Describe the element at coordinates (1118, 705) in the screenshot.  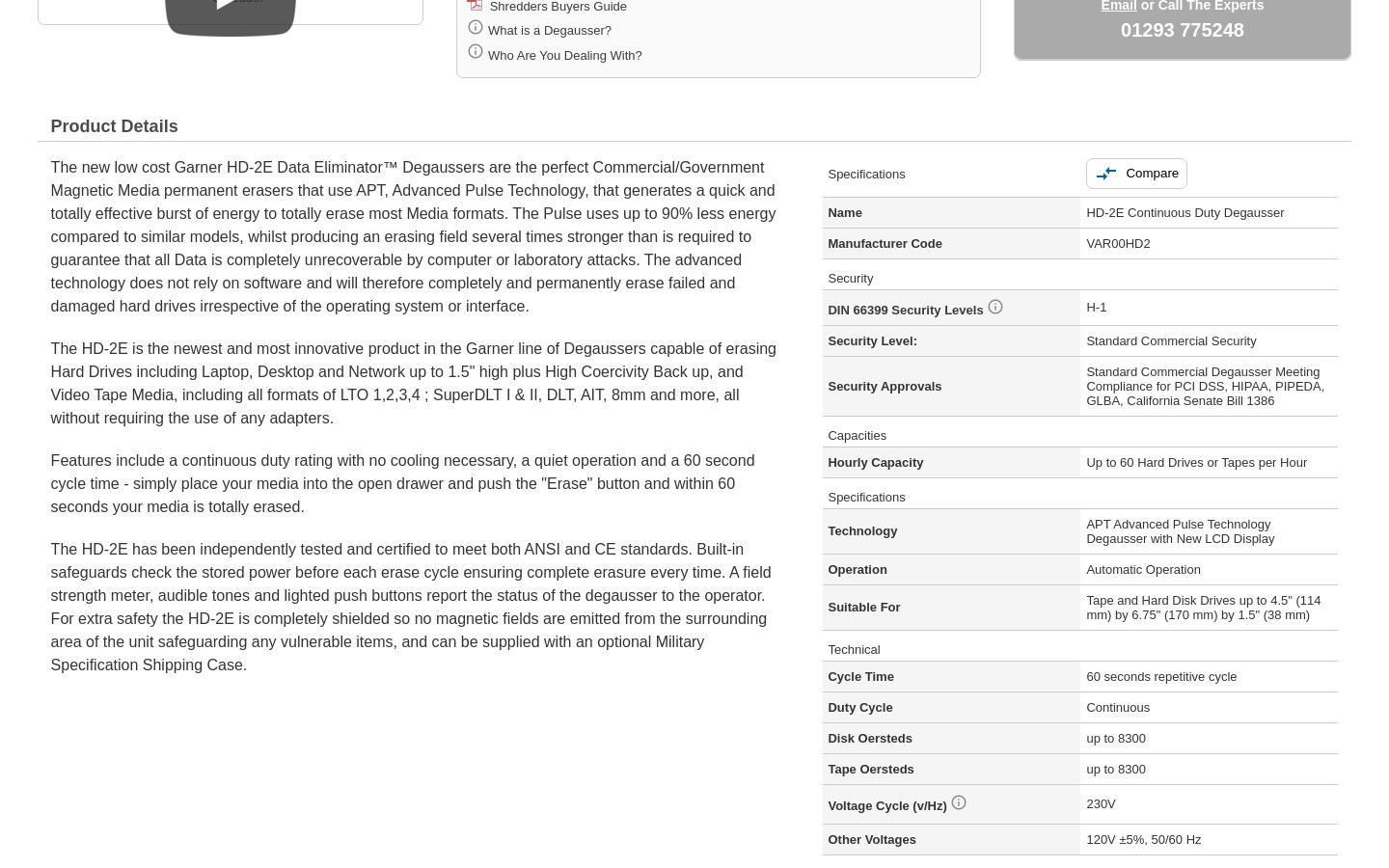
I see `'Continuous'` at that location.